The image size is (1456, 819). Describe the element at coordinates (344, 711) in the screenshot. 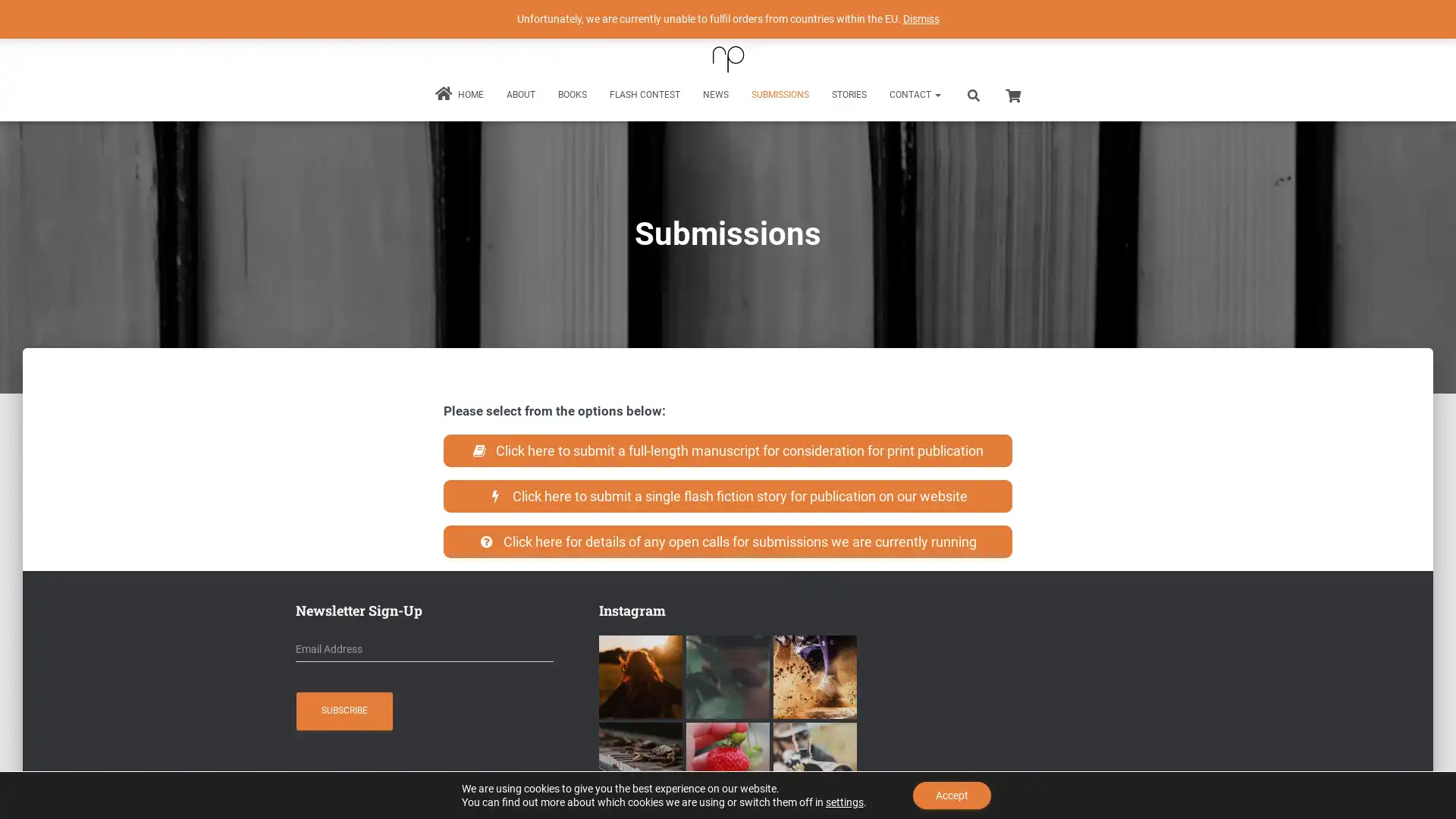

I see `Subscribe` at that location.